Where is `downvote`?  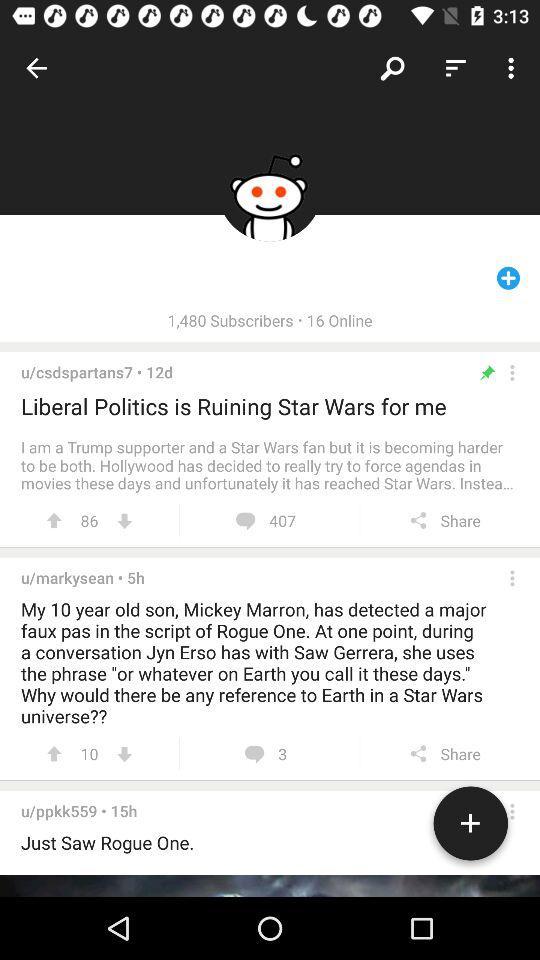 downvote is located at coordinates (124, 753).